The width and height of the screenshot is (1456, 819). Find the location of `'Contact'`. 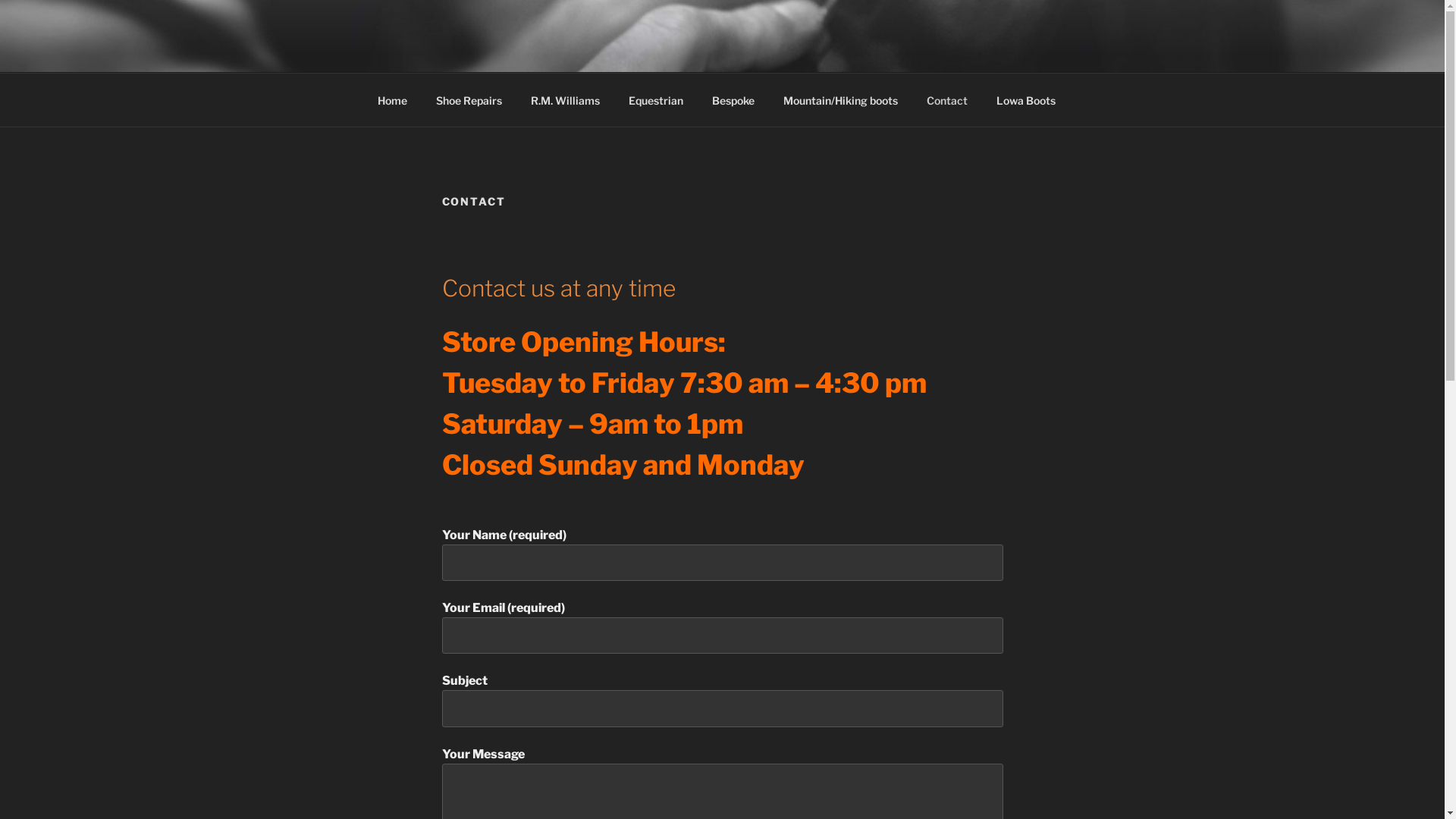

'Contact' is located at coordinates (946, 100).